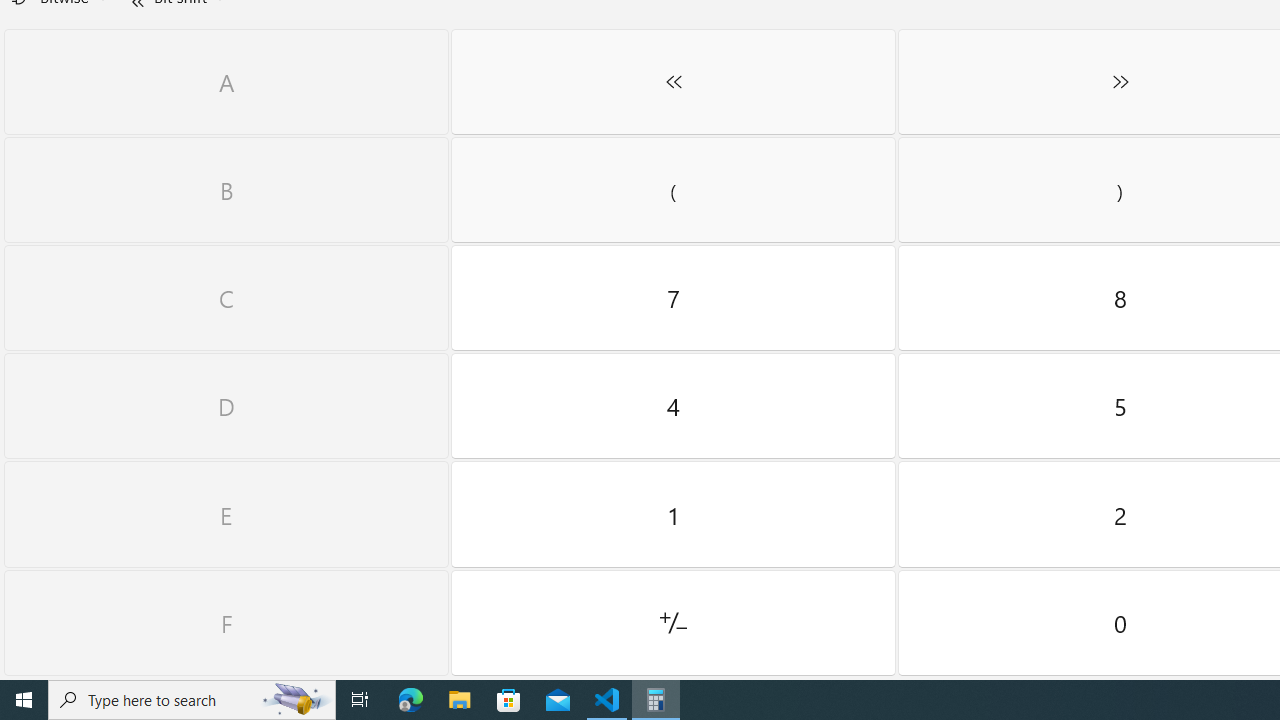 The width and height of the screenshot is (1280, 720). I want to click on 'Calculator - 1 running window', so click(656, 698).